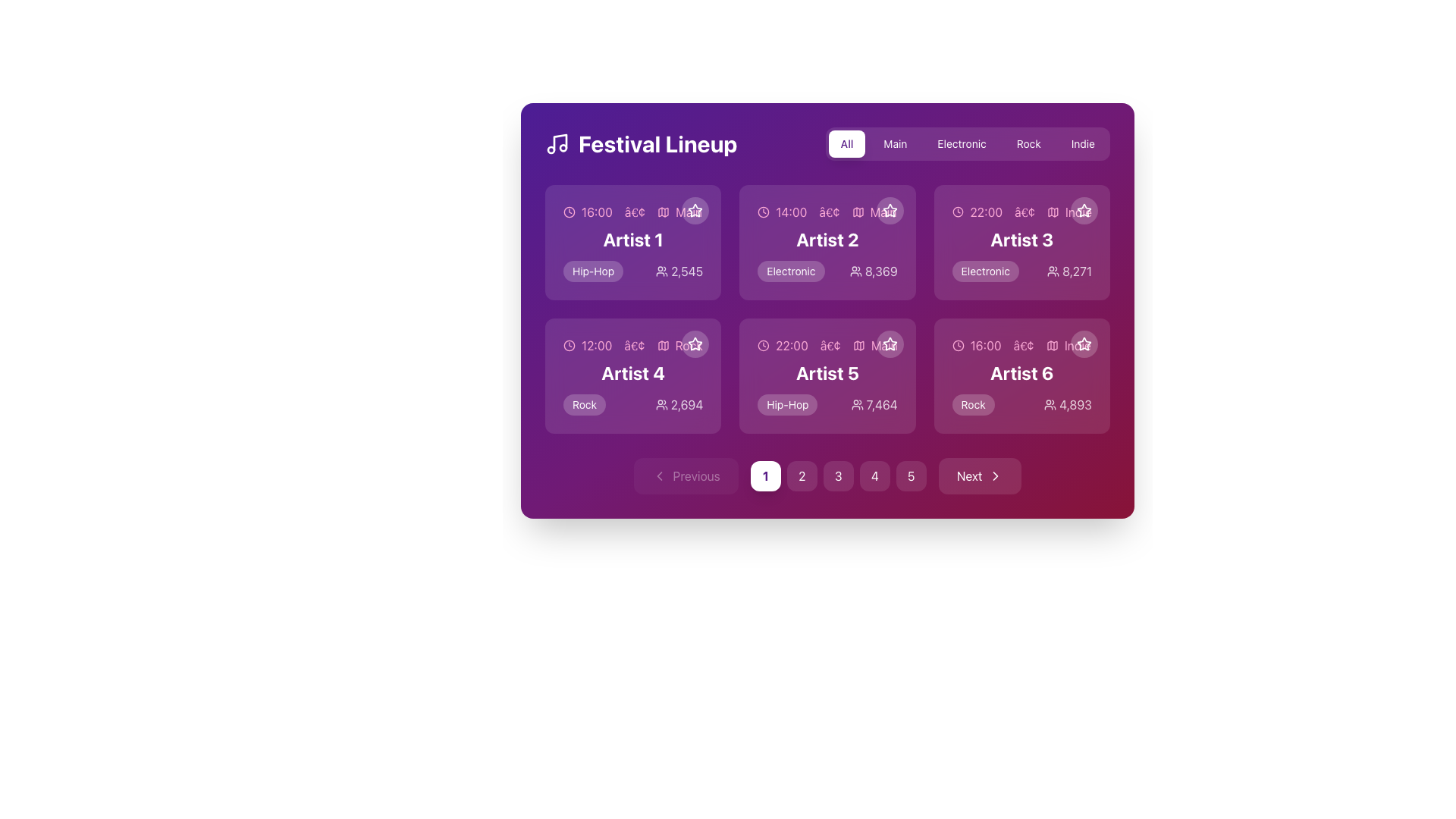 The width and height of the screenshot is (1456, 819). I want to click on the text label displaying the time '16:00' rendered in light pink against a purple background, located in the top-left card of the interface, so click(596, 212).